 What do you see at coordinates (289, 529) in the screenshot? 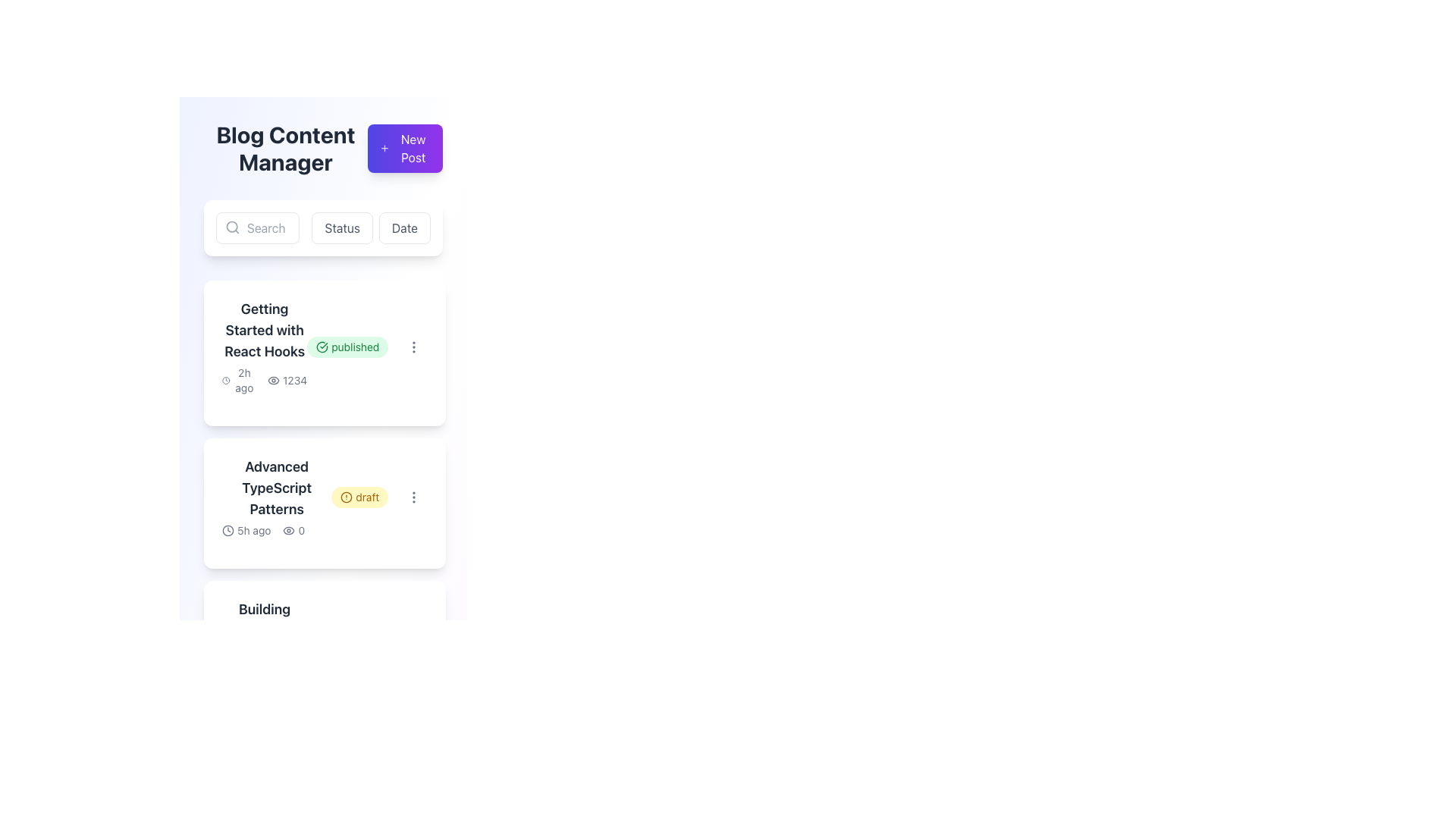
I see `the eye-shaped icon located to the left of the numeric badge displaying '0' in the 'Advanced TypeScript Patterns' card if it is actionable` at bounding box center [289, 529].